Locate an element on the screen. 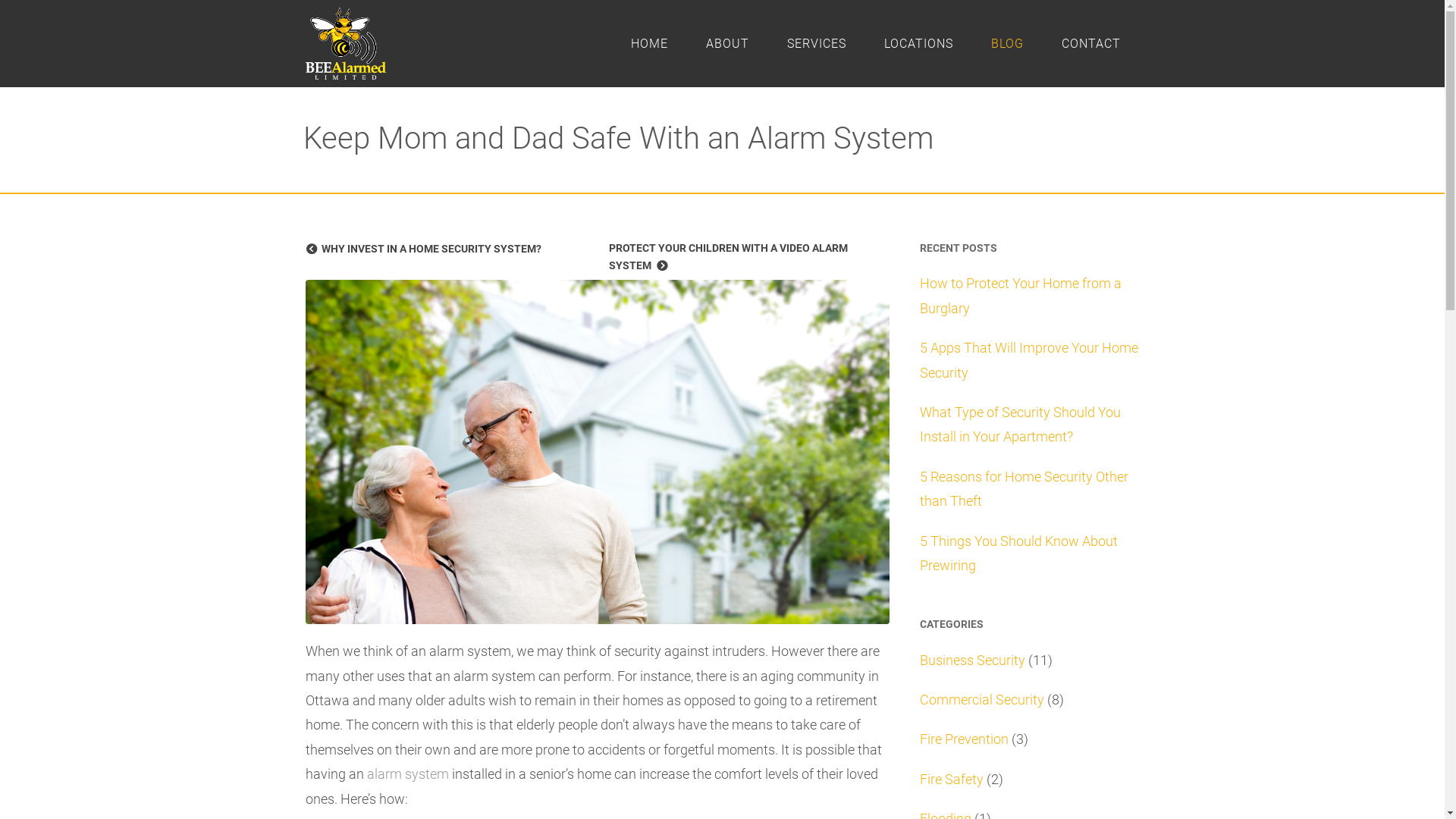 The height and width of the screenshot is (819, 1456). 'How to Protect Your Home from a Burglary' is located at coordinates (1019, 295).